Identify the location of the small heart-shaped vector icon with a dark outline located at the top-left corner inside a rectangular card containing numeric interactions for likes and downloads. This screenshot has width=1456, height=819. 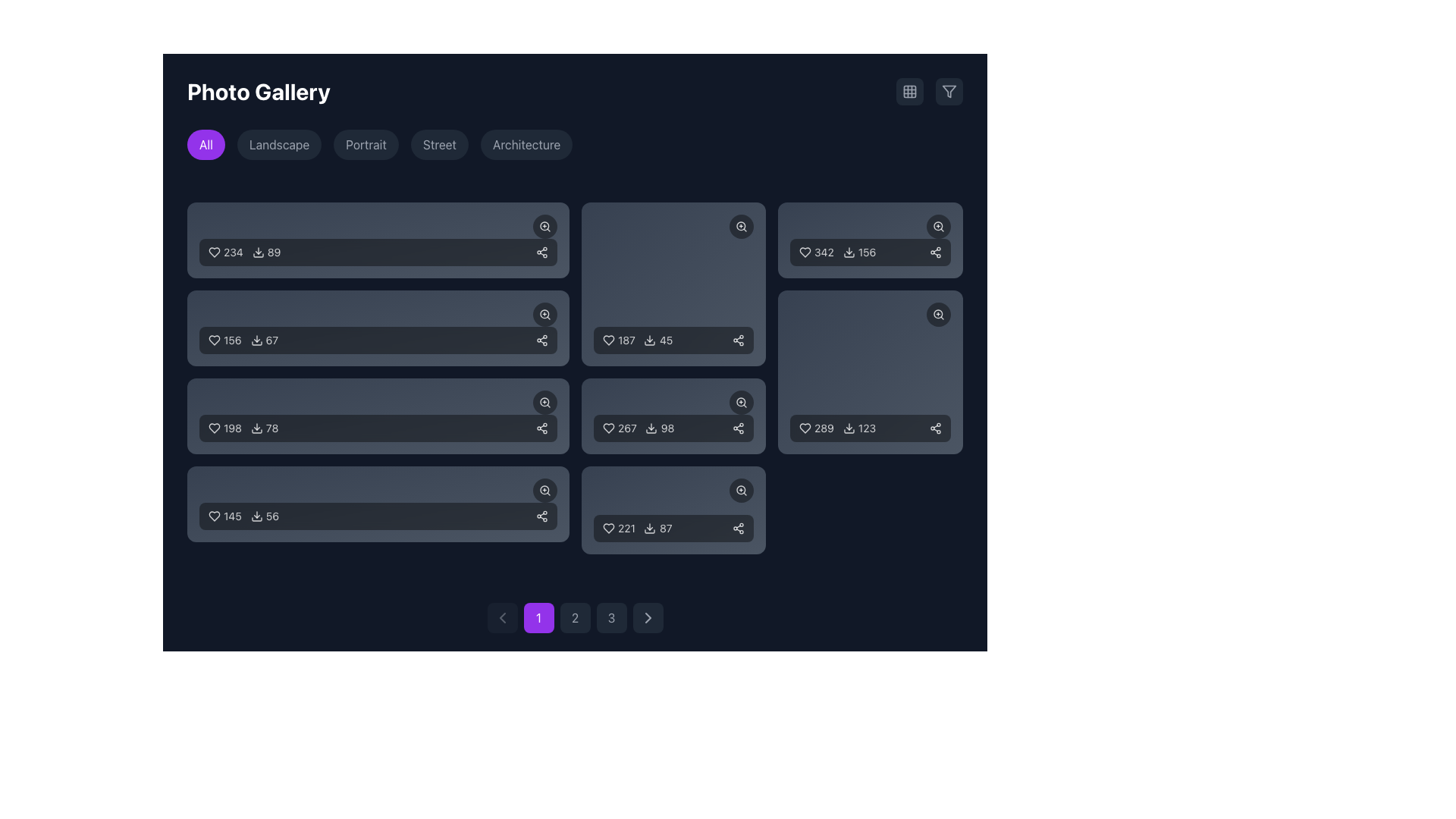
(805, 251).